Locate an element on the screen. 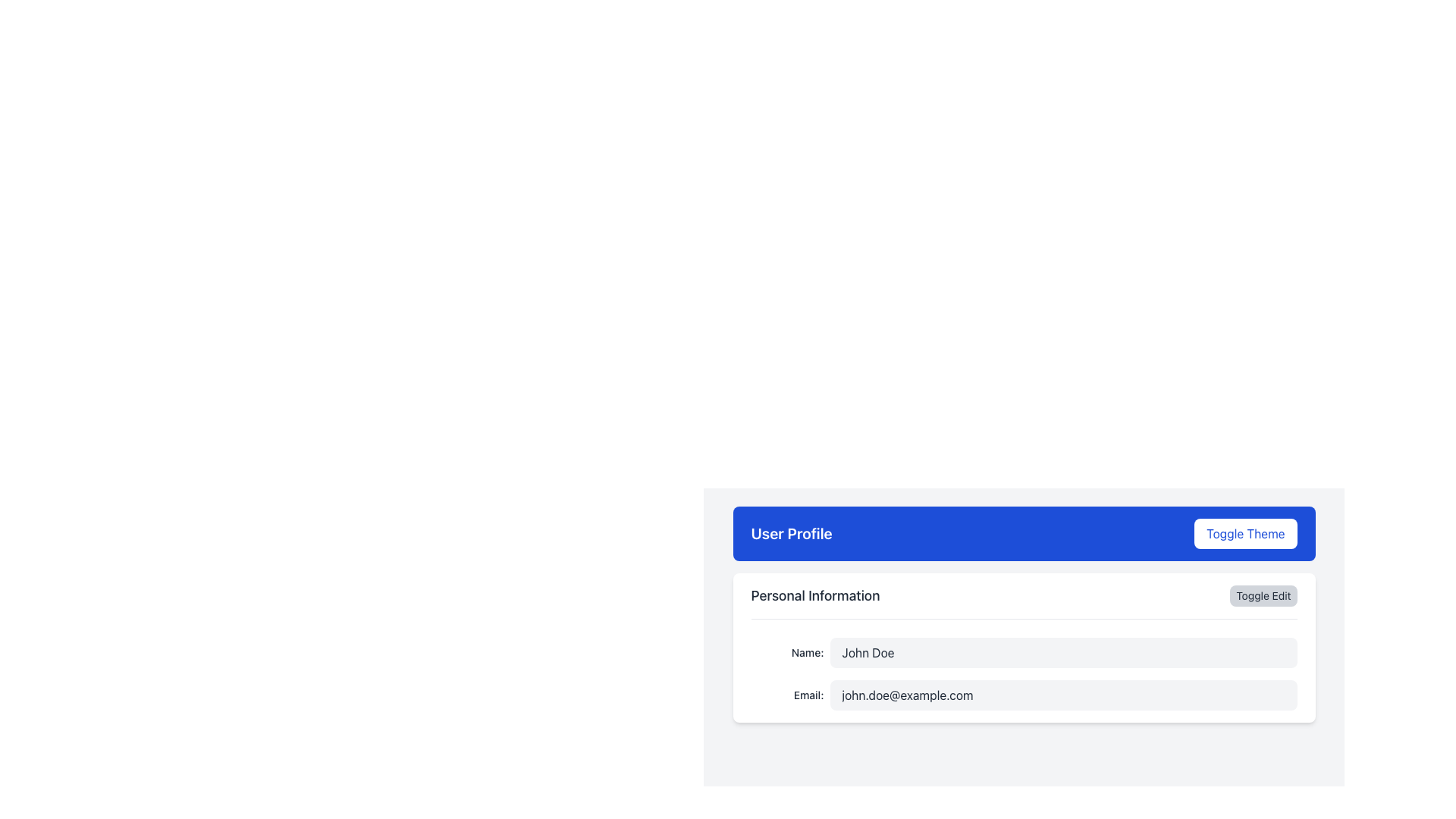  the text label displaying 'Email:', which is right-aligned and positioned in the 'Personal Information' card before the email input box is located at coordinates (787, 695).